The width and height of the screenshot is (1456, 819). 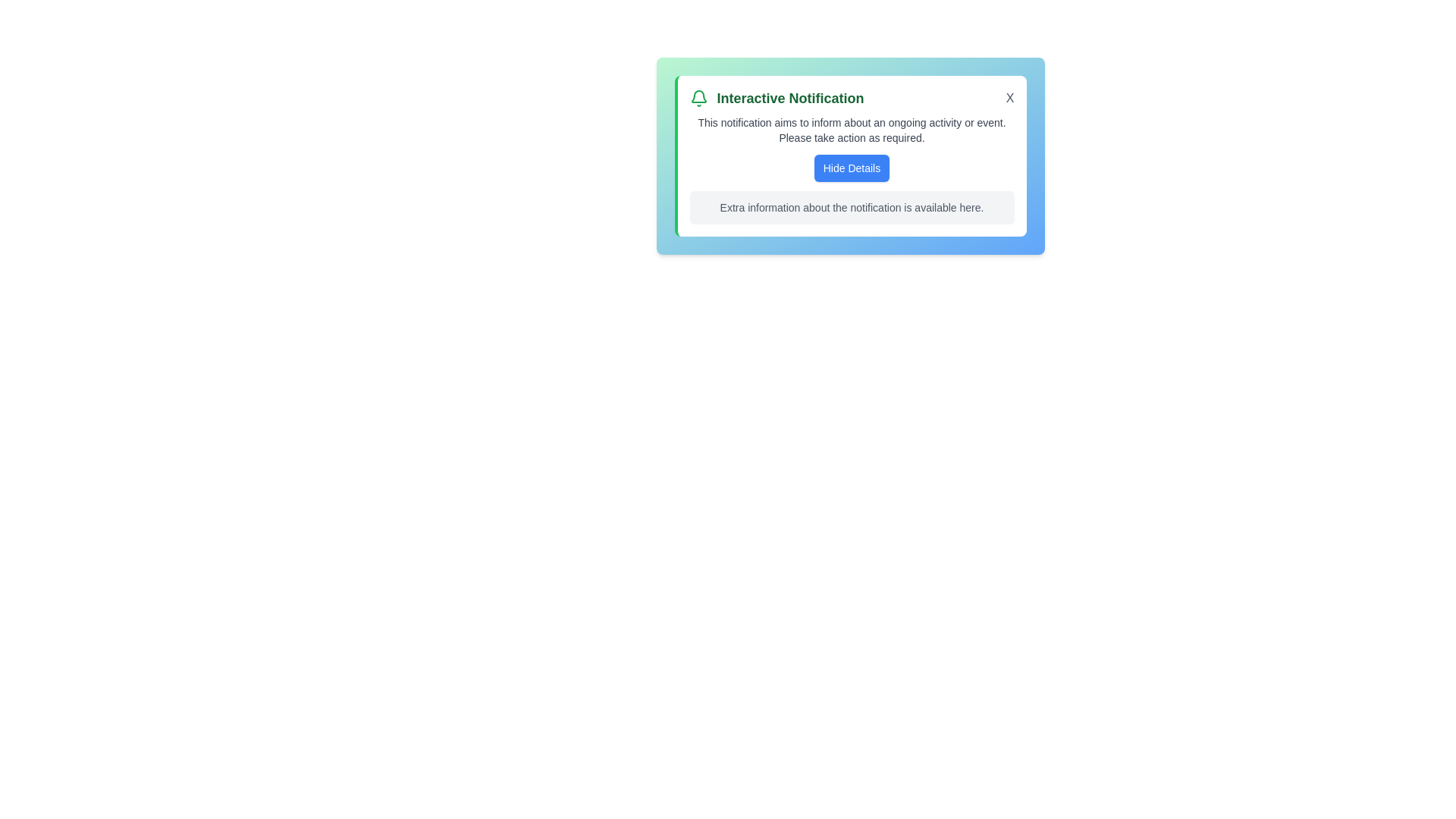 What do you see at coordinates (698, 99) in the screenshot?
I see `the notification bell icon` at bounding box center [698, 99].